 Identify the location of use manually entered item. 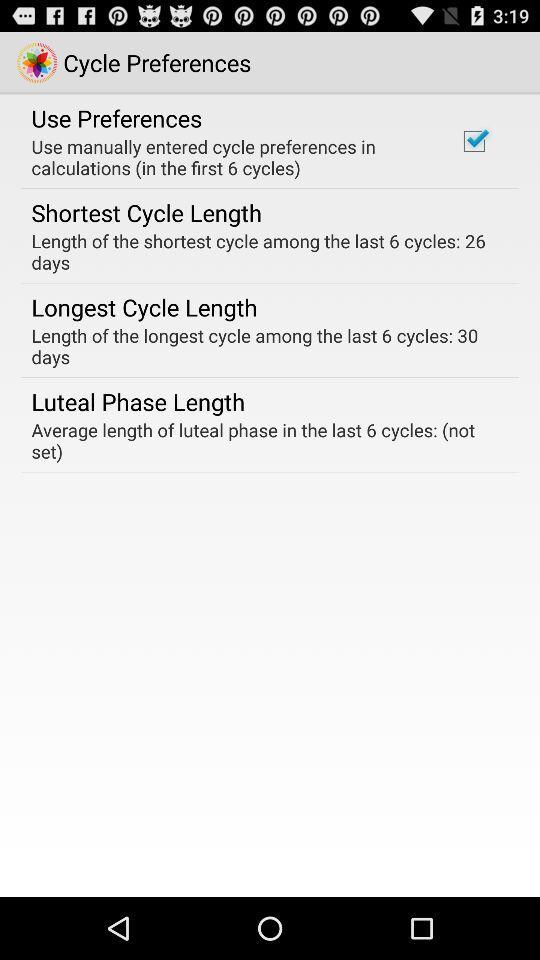
(230, 156).